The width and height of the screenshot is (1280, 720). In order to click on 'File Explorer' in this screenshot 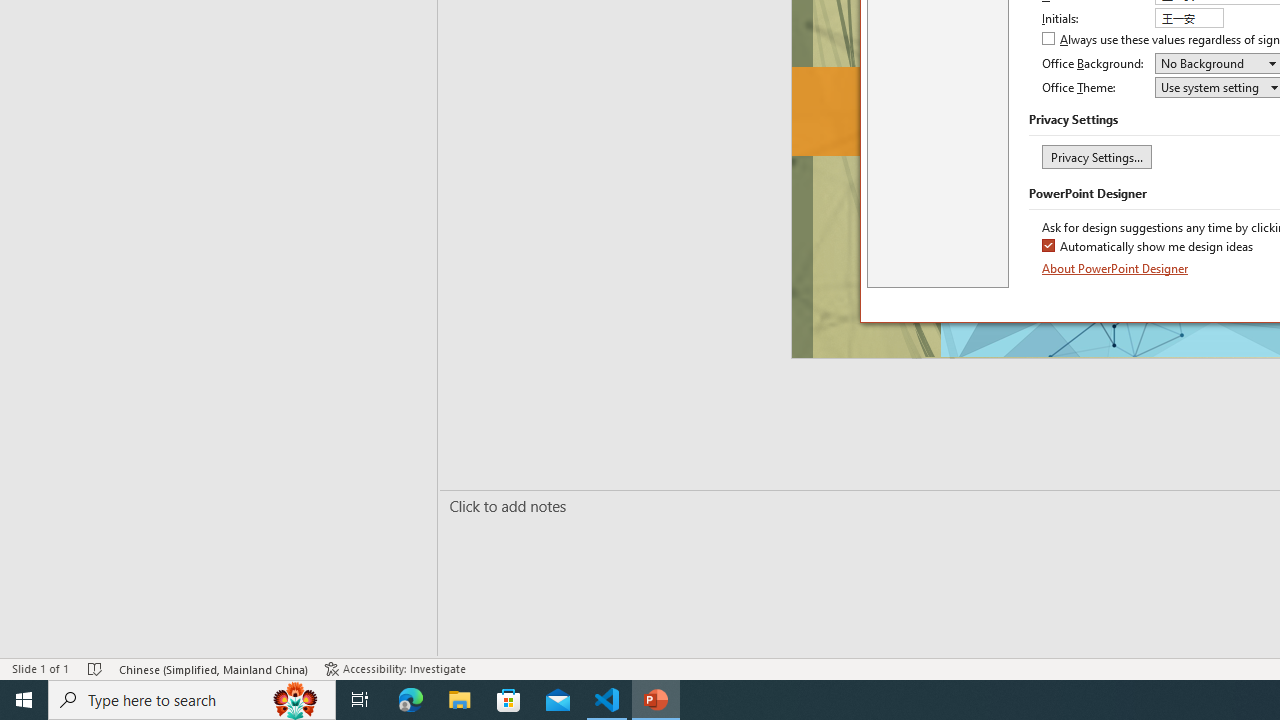, I will do `click(459, 698)`.